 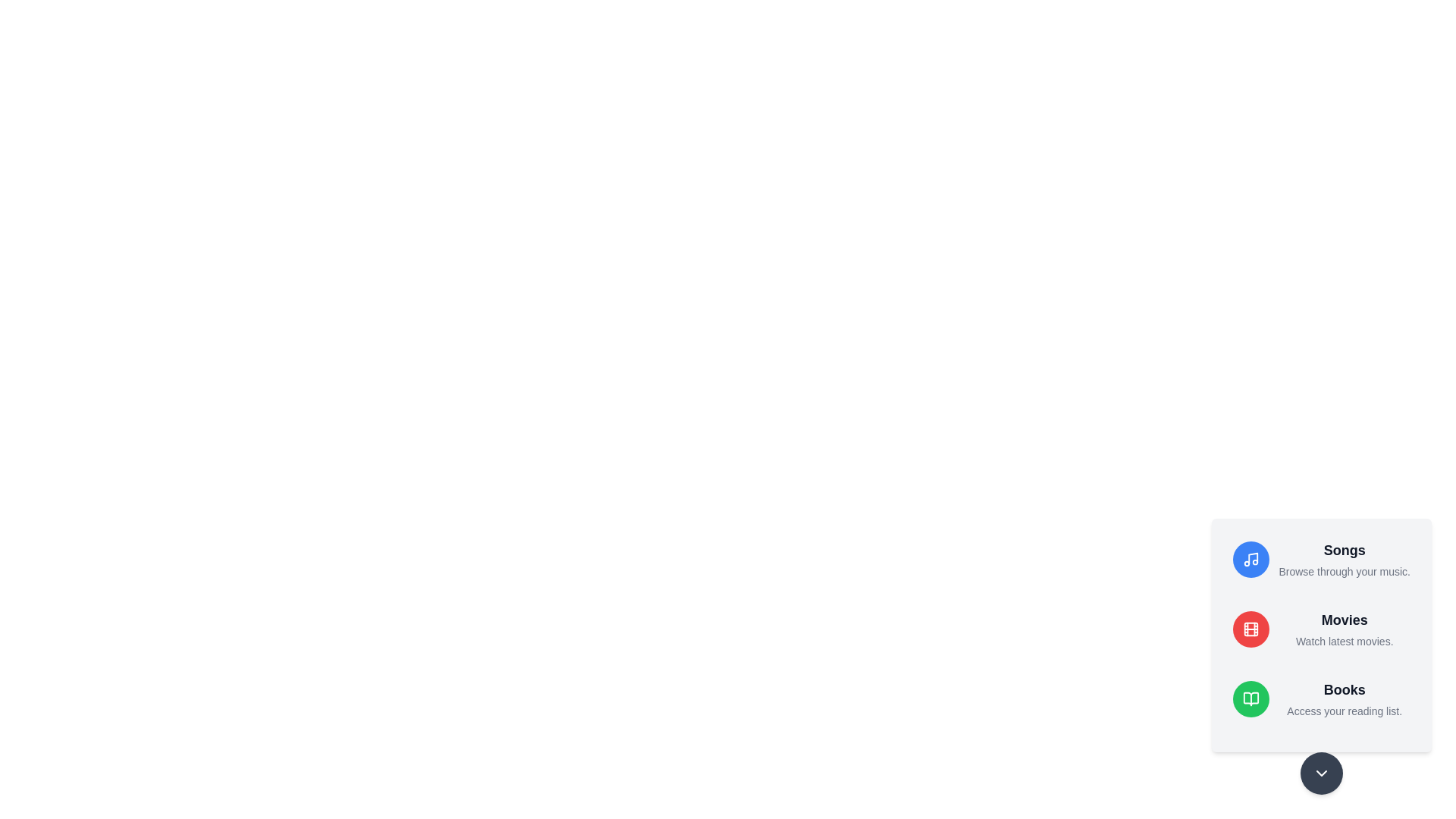 What do you see at coordinates (1251, 698) in the screenshot?
I see `the Books button to interact with the corresponding media option` at bounding box center [1251, 698].